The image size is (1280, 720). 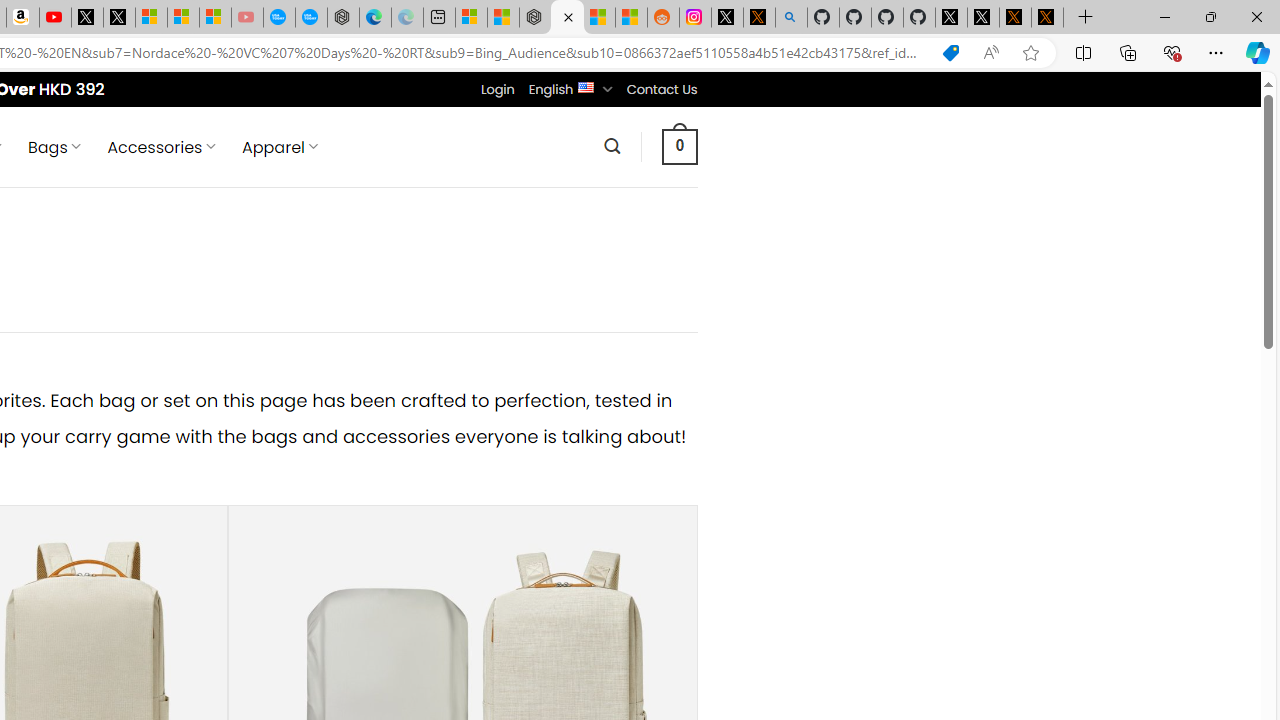 I want to click on 'X Privacy Policy', so click(x=1046, y=17).